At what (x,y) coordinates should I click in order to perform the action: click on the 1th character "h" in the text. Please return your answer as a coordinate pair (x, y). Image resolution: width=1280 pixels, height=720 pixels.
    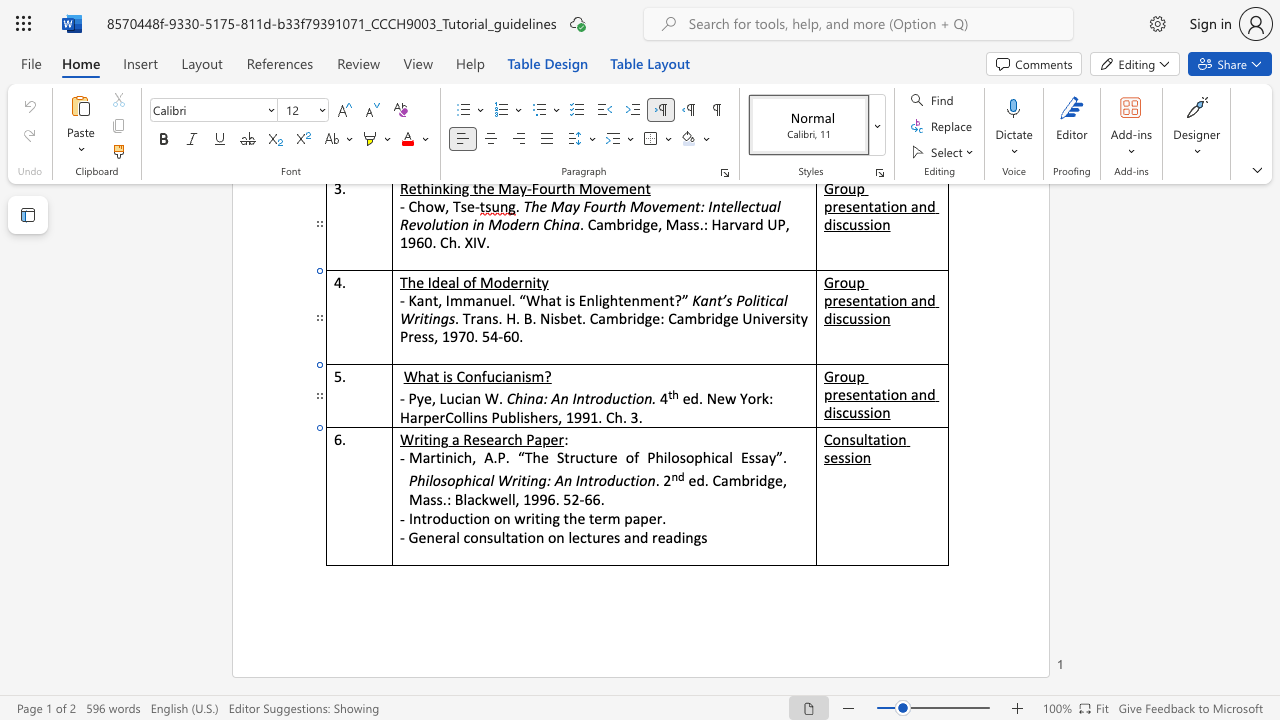
    Looking at the image, I should click on (518, 438).